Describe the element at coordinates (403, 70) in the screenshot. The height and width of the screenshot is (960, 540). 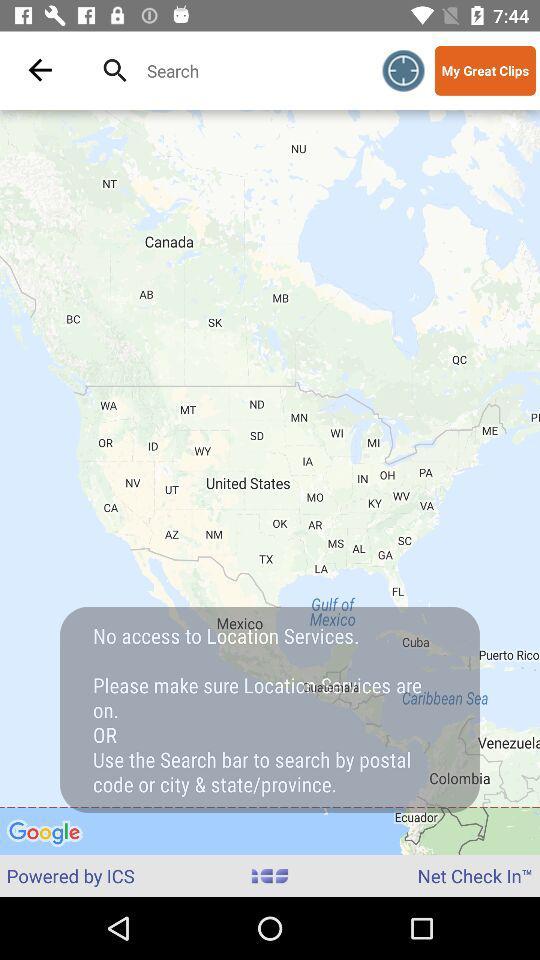
I see `item to the left of the my great clips item` at that location.